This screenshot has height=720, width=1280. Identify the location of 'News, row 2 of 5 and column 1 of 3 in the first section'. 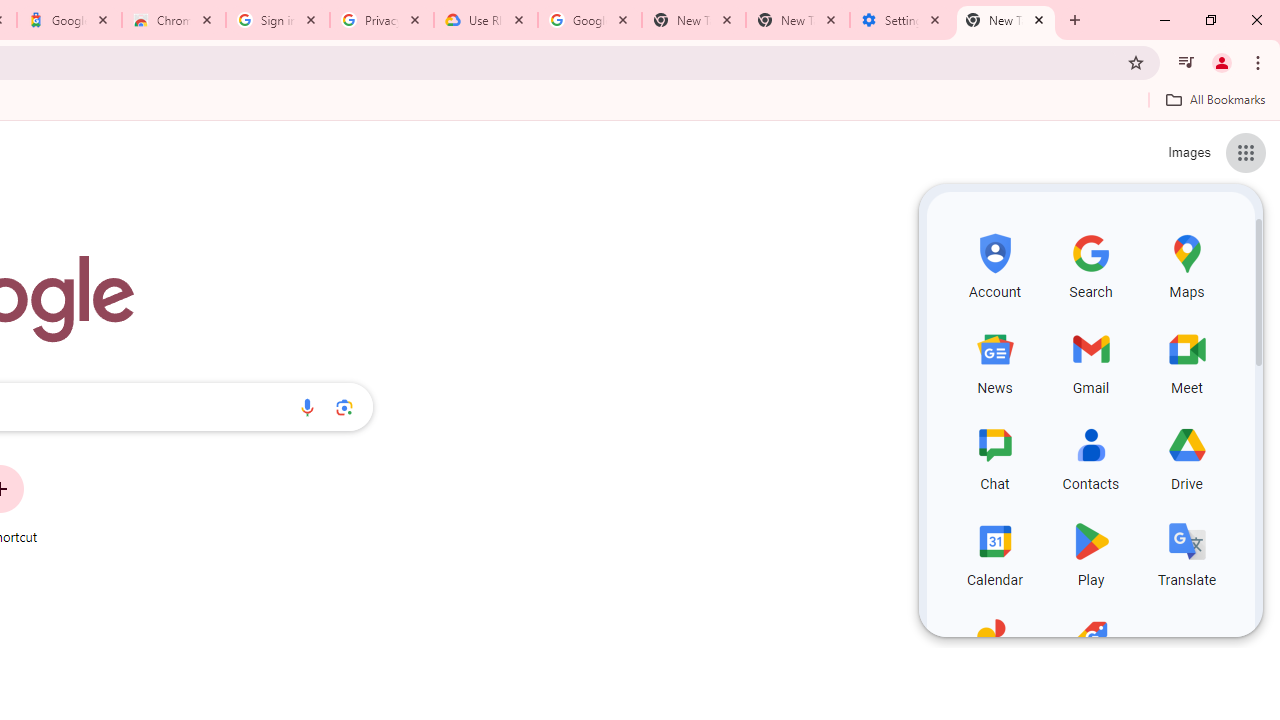
(995, 360).